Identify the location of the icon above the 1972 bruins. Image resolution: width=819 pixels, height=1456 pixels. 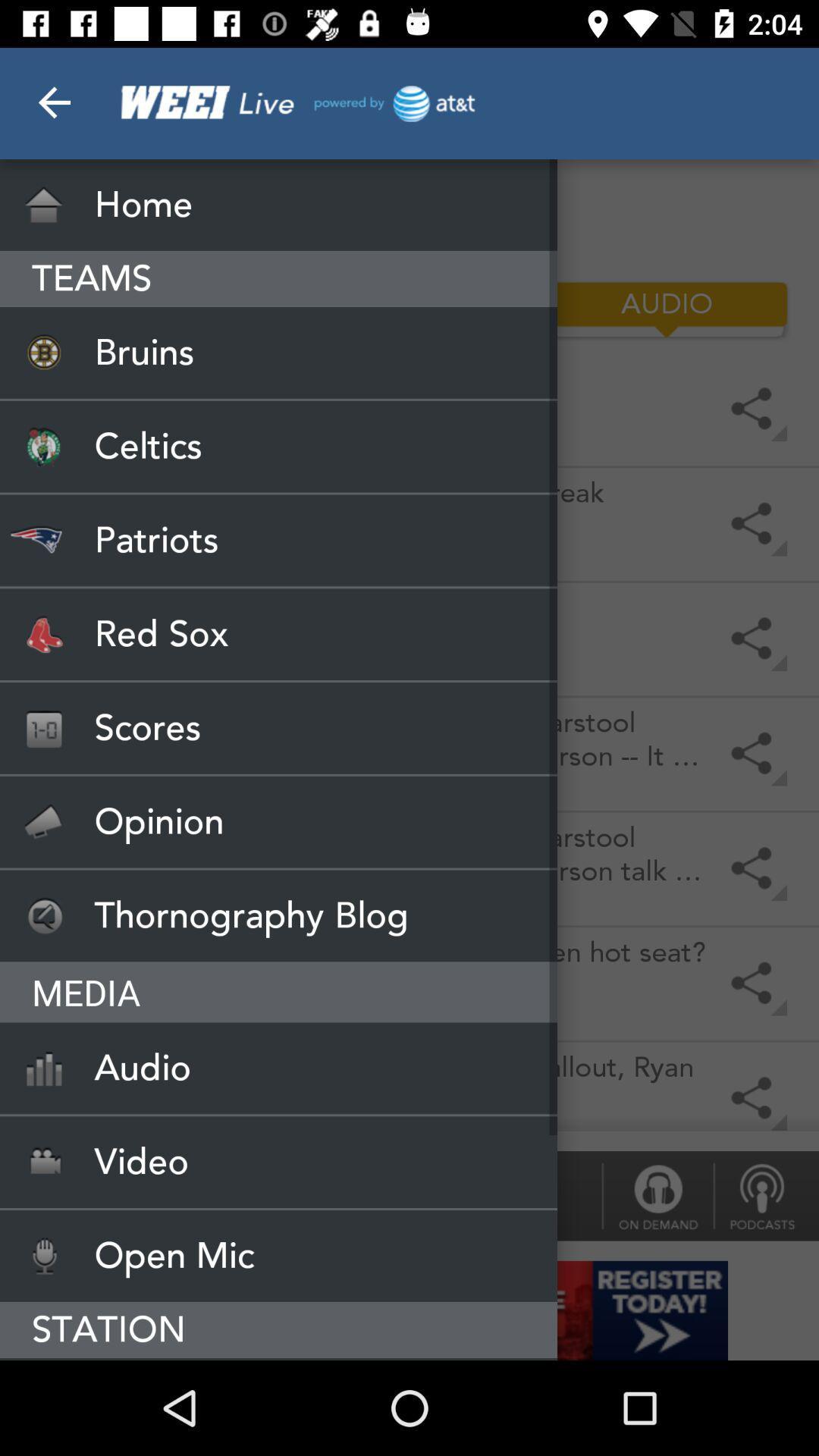
(152, 309).